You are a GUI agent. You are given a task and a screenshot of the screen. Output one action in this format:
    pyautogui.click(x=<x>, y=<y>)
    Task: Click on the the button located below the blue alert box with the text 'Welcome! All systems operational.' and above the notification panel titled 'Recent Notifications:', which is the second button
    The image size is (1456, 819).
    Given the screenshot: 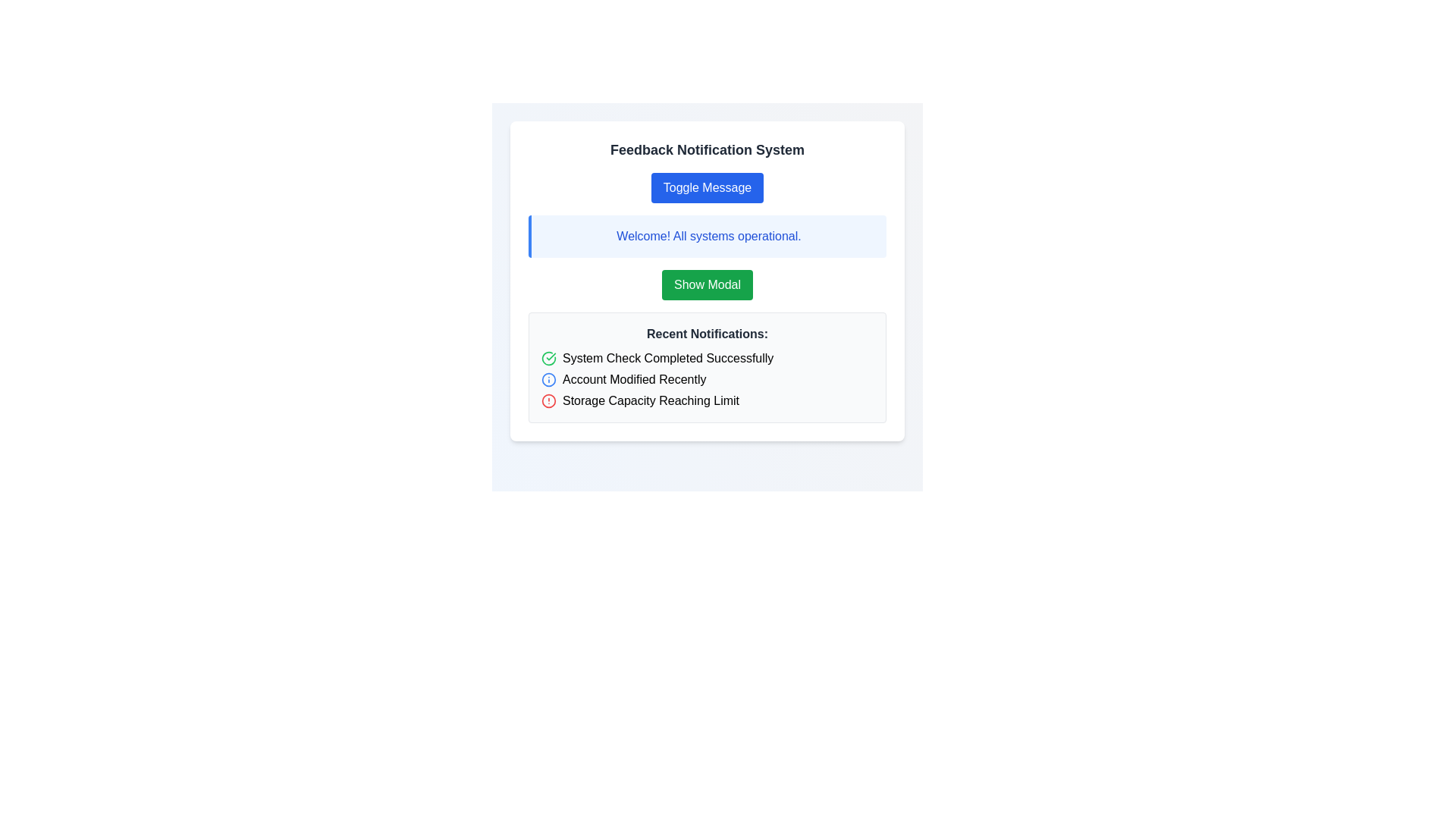 What is the action you would take?
    pyautogui.click(x=706, y=288)
    